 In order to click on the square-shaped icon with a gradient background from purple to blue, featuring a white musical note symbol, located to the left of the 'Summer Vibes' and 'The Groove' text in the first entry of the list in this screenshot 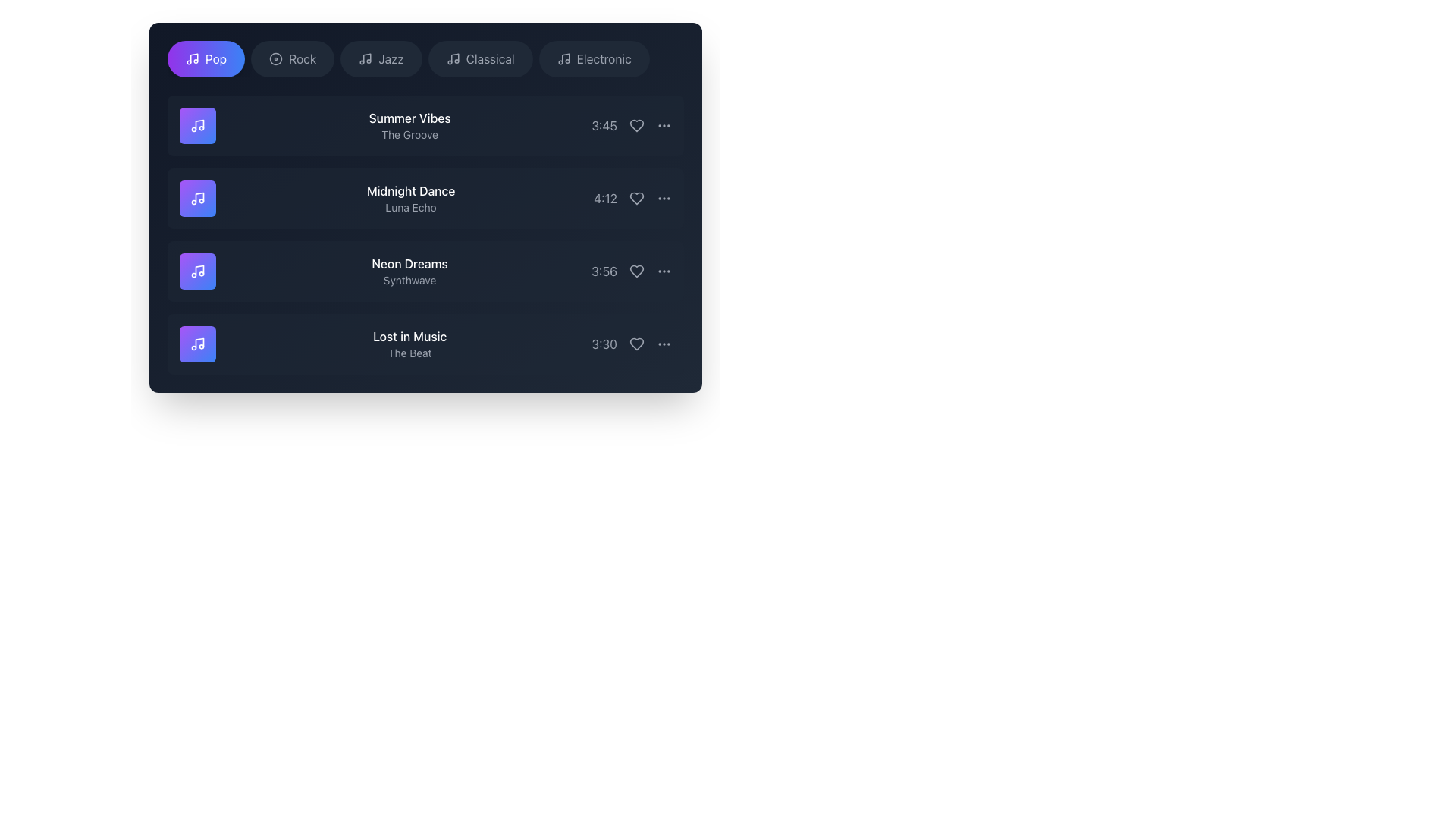, I will do `click(196, 124)`.